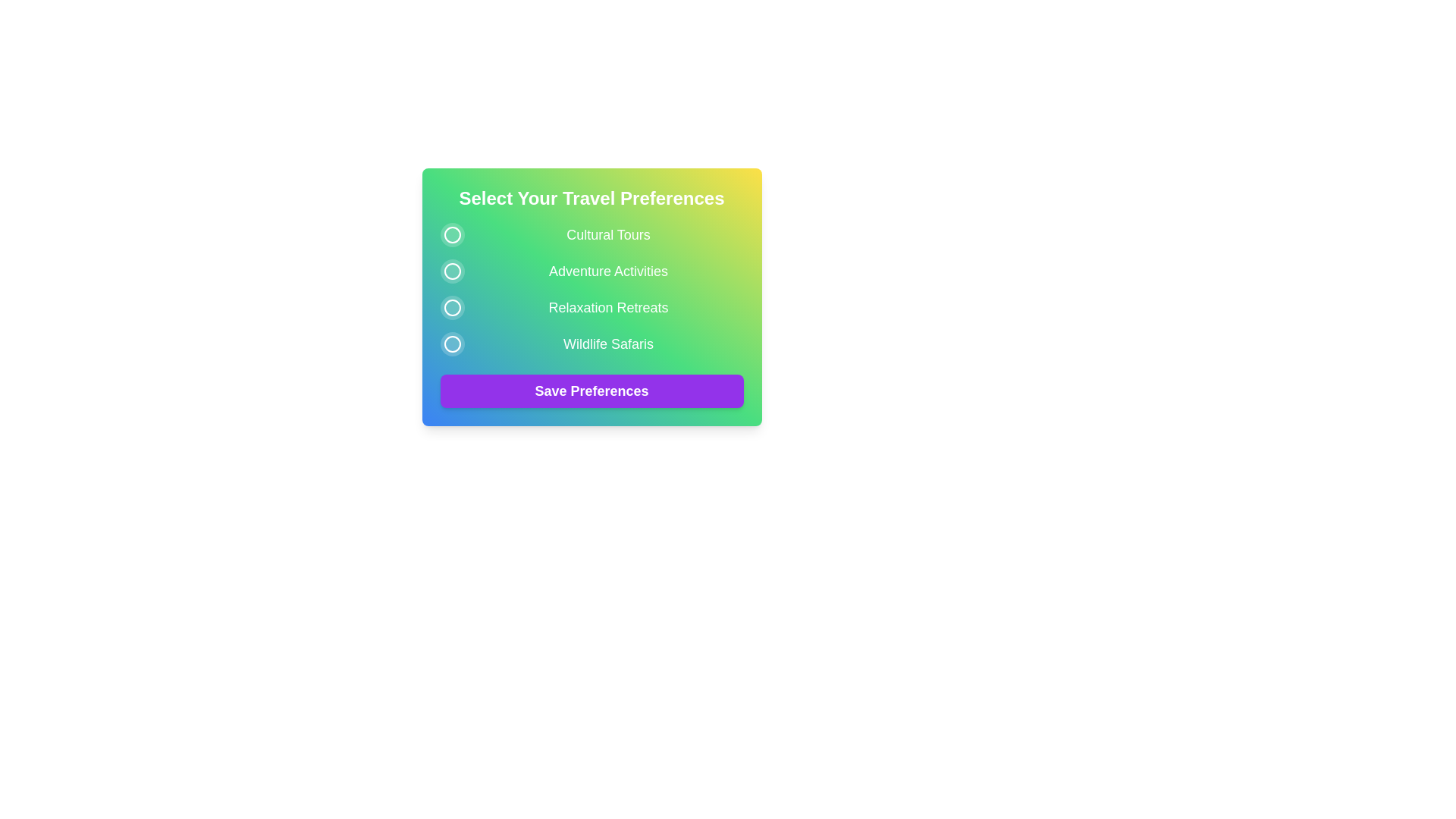 This screenshot has height=819, width=1456. Describe the element at coordinates (451, 307) in the screenshot. I see `the button corresponding to the preference Relaxation Retreats` at that location.